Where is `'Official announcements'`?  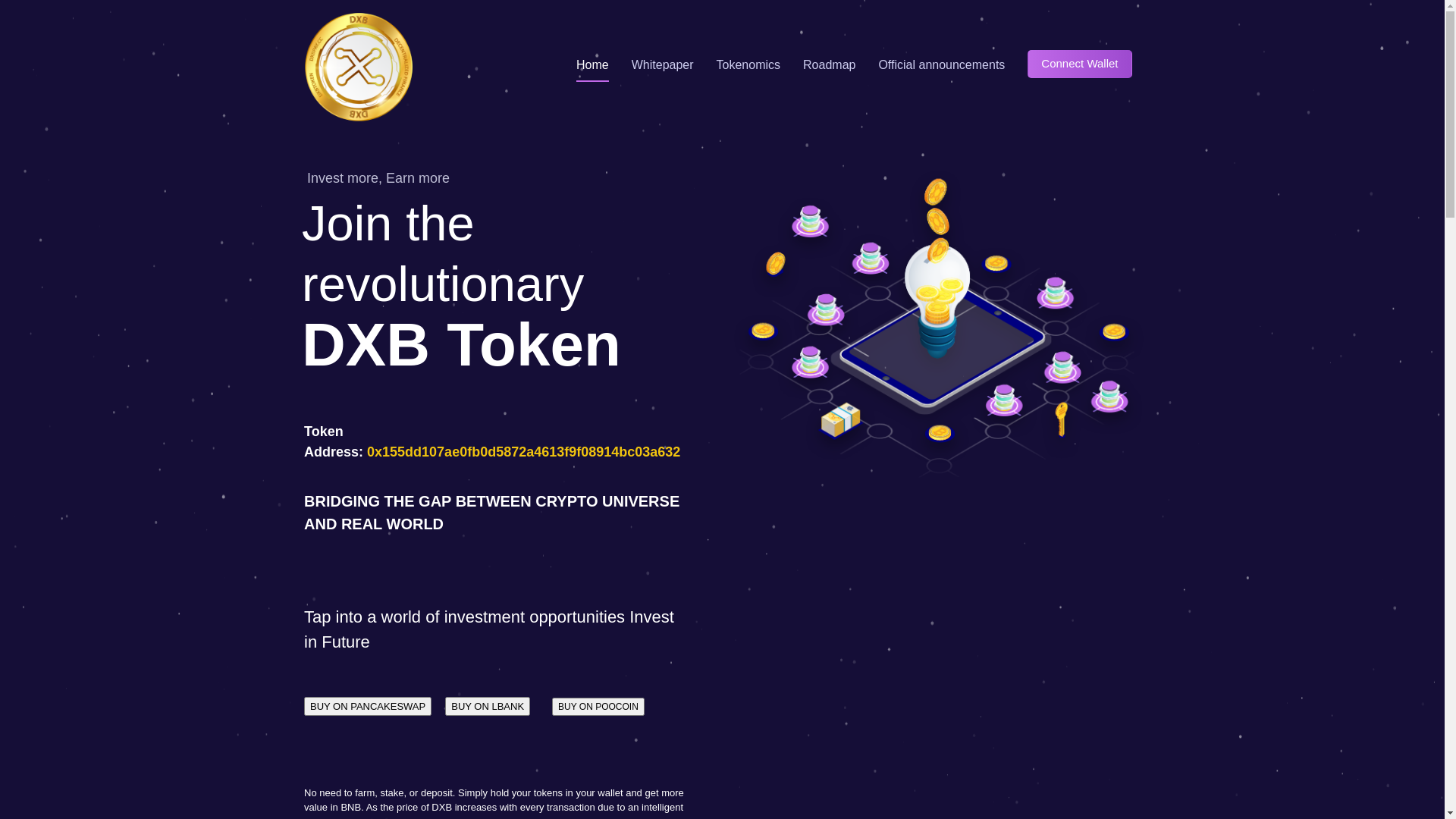
'Official announcements' is located at coordinates (940, 65).